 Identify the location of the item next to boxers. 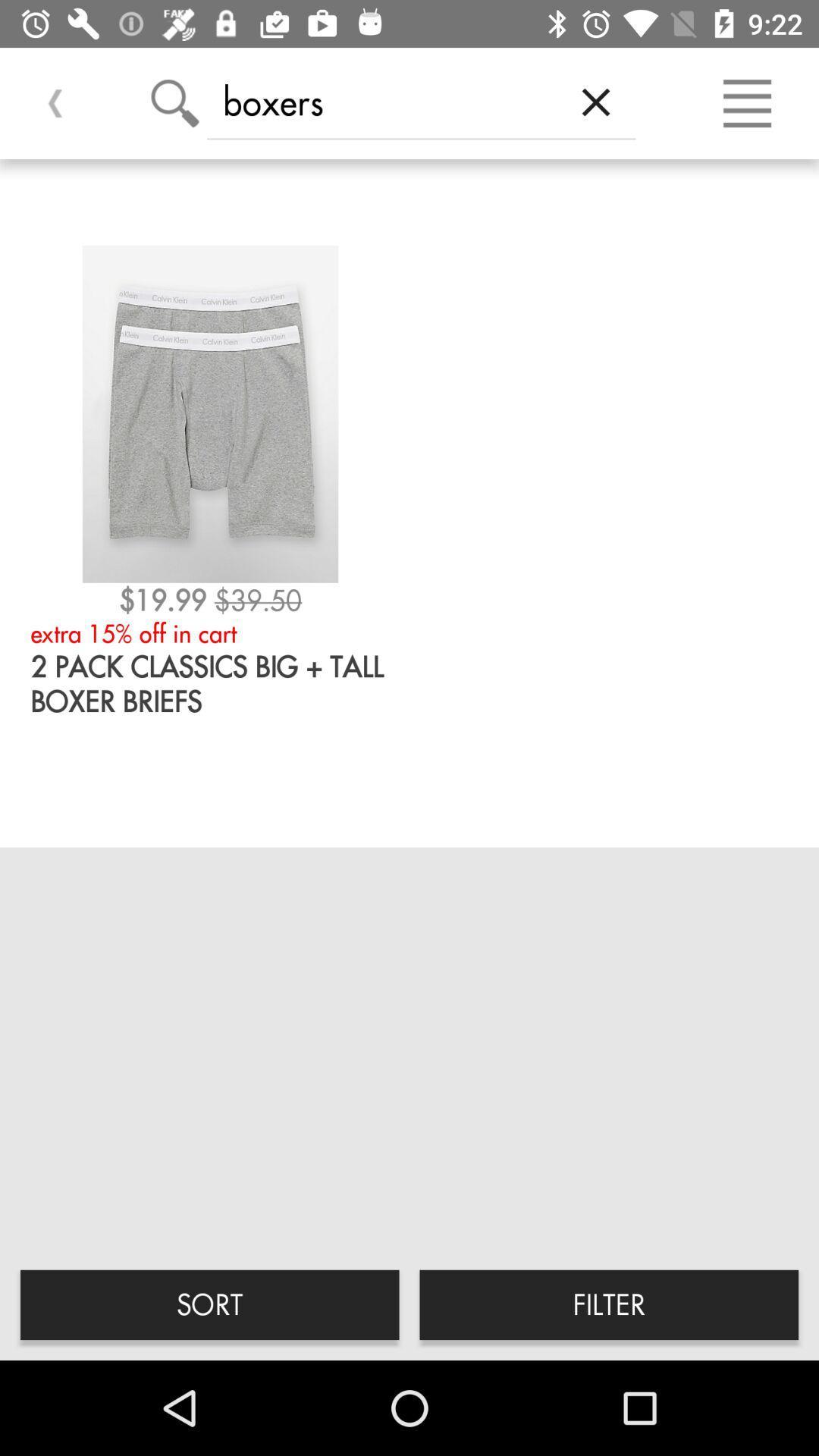
(595, 101).